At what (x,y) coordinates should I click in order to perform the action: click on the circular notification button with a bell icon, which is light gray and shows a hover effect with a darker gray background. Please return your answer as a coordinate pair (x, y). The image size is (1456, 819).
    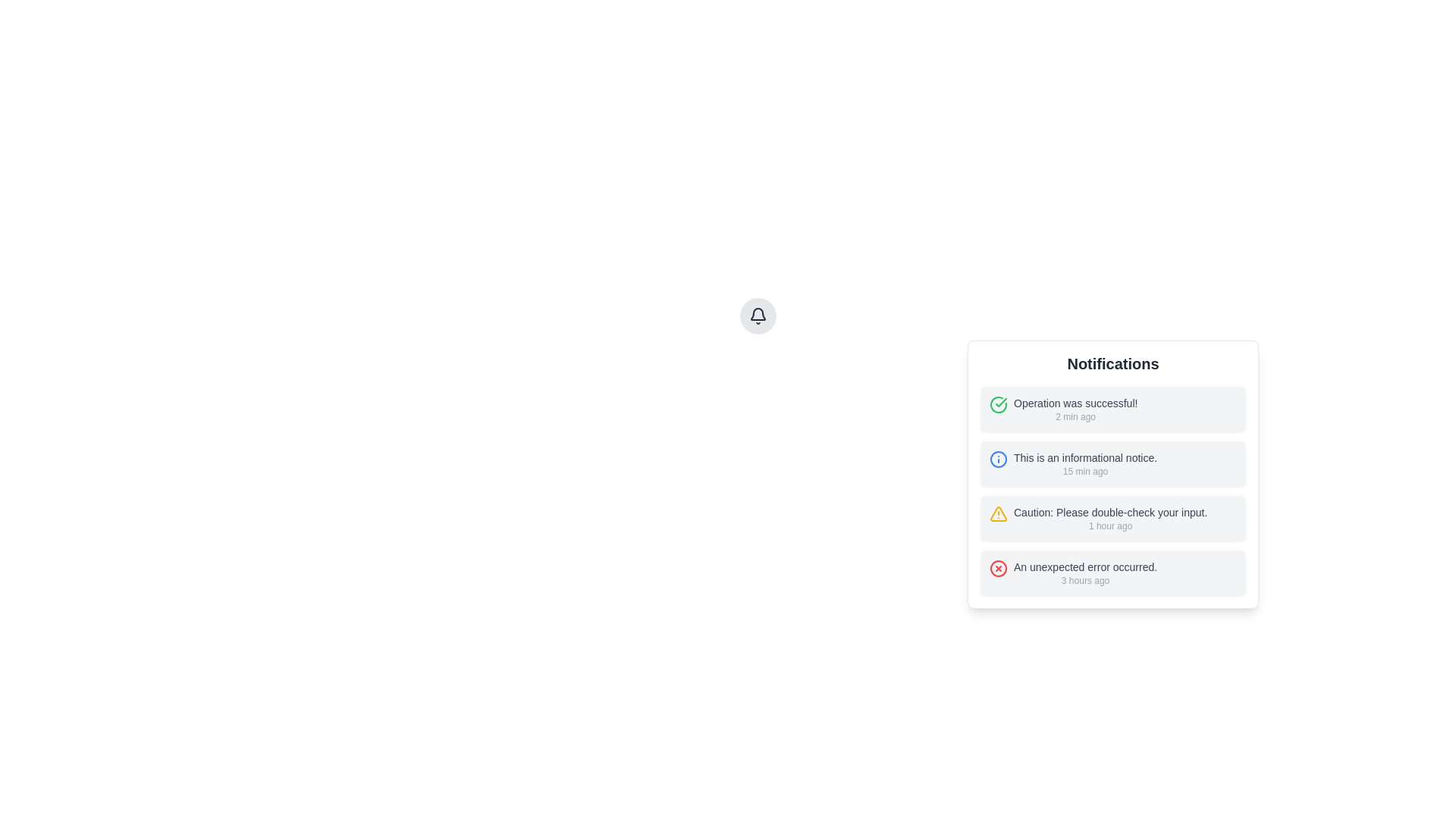
    Looking at the image, I should click on (758, 315).